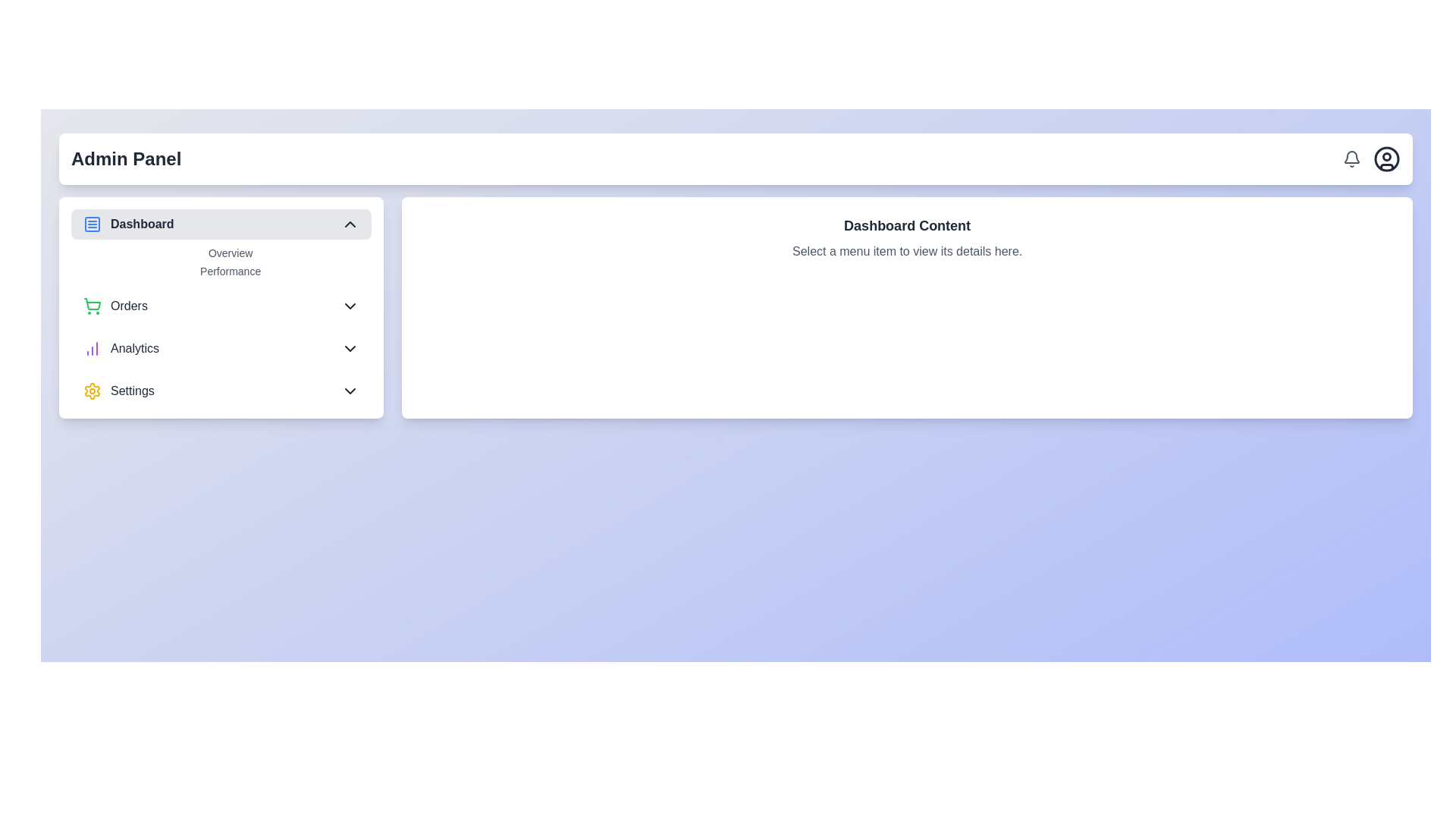 This screenshot has height=819, width=1456. Describe the element at coordinates (1386, 157) in the screenshot. I see `the small circle icon located in the upper-right corner of the interface, which is part of a user profile or avatar graphic` at that location.